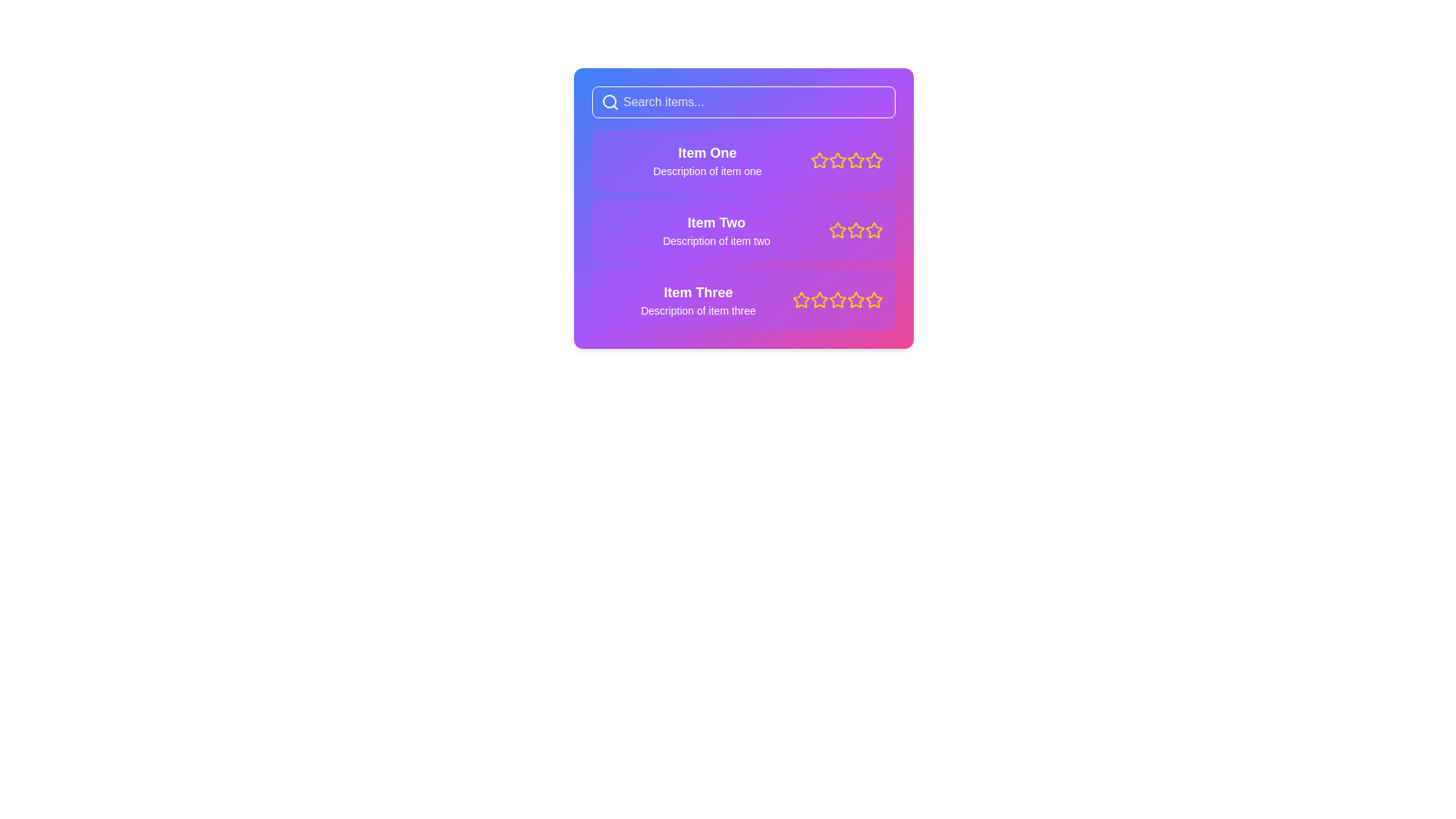 The width and height of the screenshot is (1456, 819). Describe the element at coordinates (698, 292) in the screenshot. I see `nearby elements associated with the text label 'Item Three', which is displayed in white on a purple gradient background and is positioned above the description text` at that location.